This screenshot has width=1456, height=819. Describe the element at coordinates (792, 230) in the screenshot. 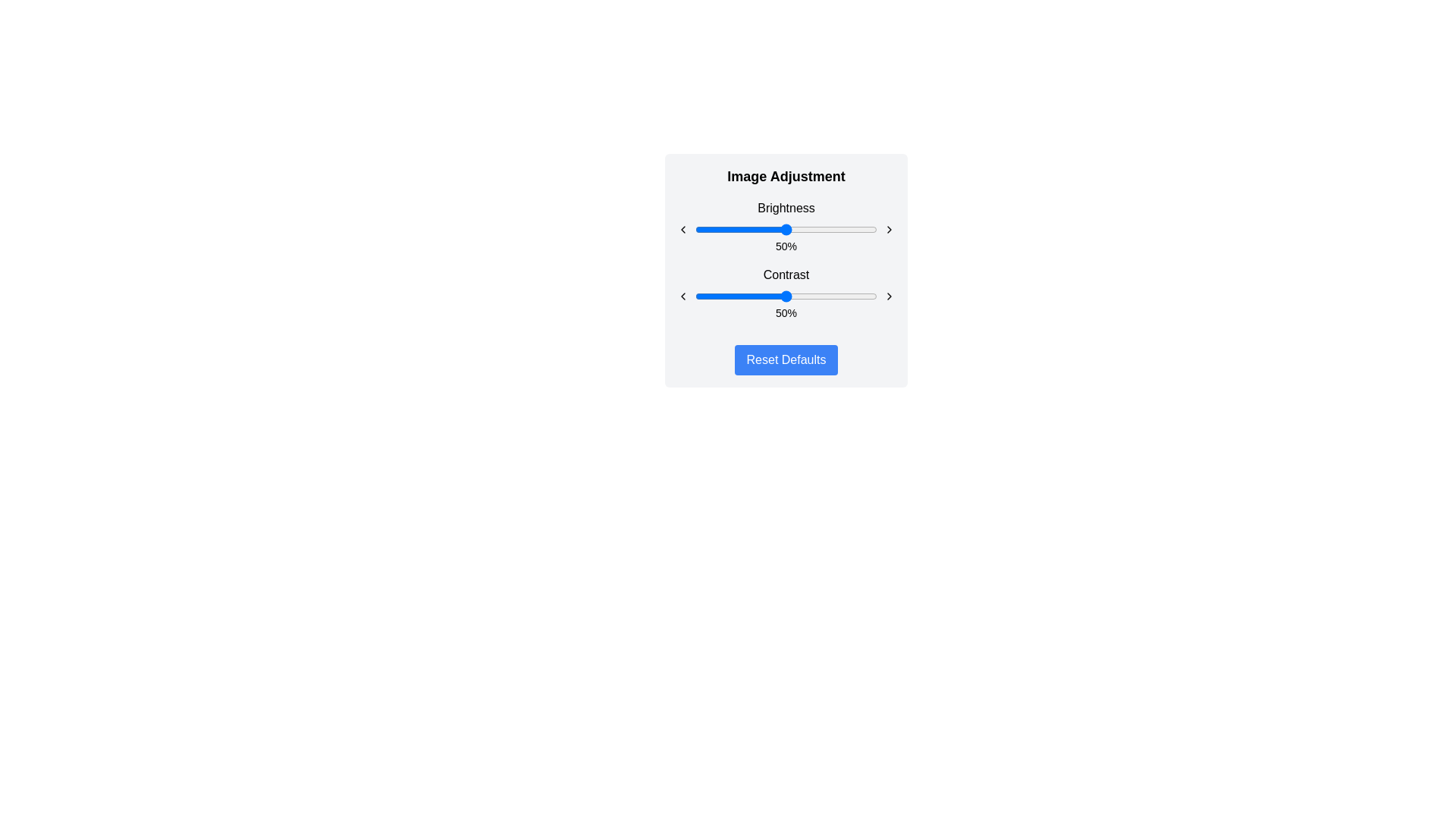

I see `brightness` at that location.